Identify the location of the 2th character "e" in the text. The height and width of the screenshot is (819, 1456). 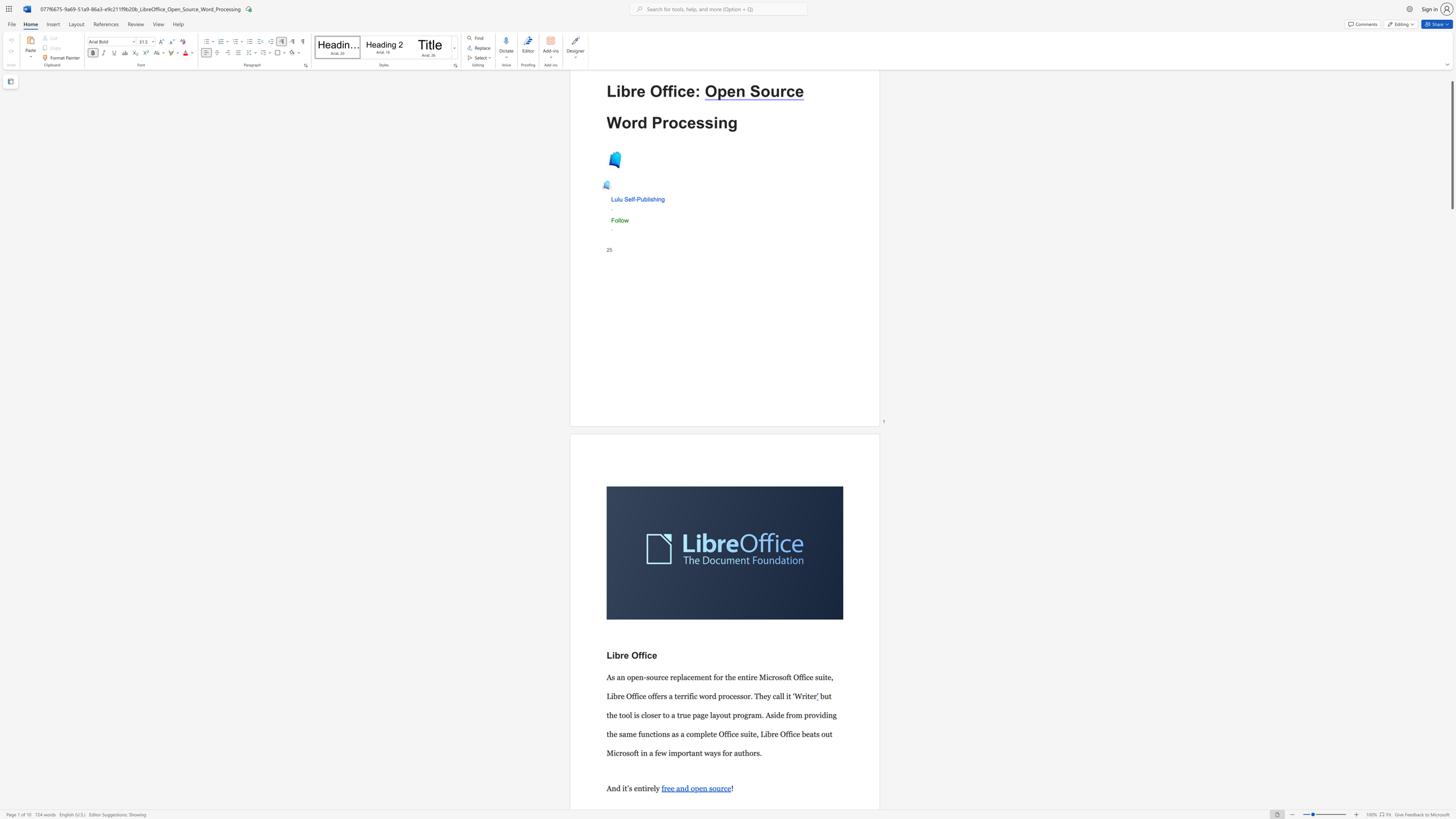
(691, 91).